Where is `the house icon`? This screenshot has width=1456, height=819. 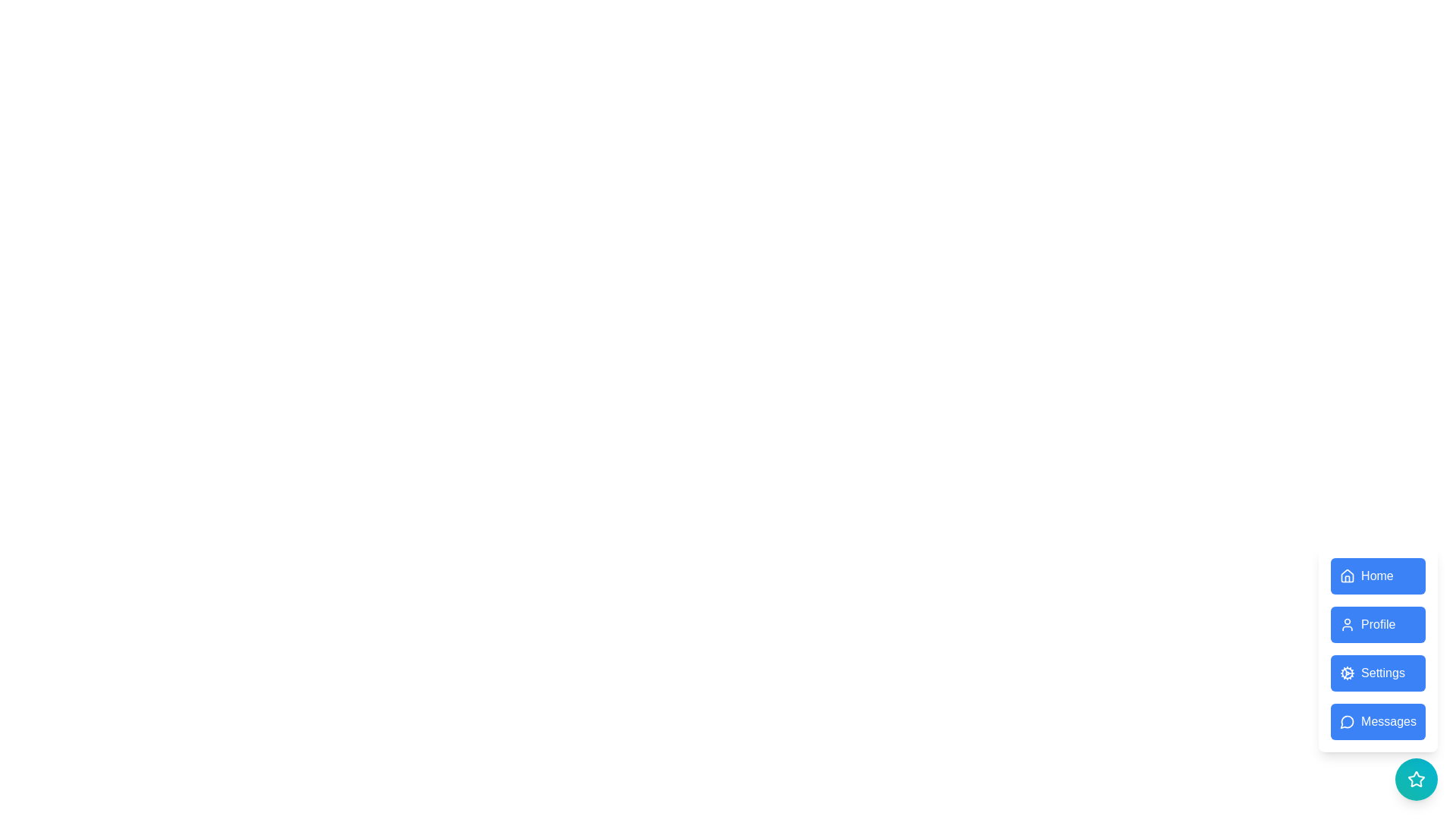 the house icon is located at coordinates (1348, 576).